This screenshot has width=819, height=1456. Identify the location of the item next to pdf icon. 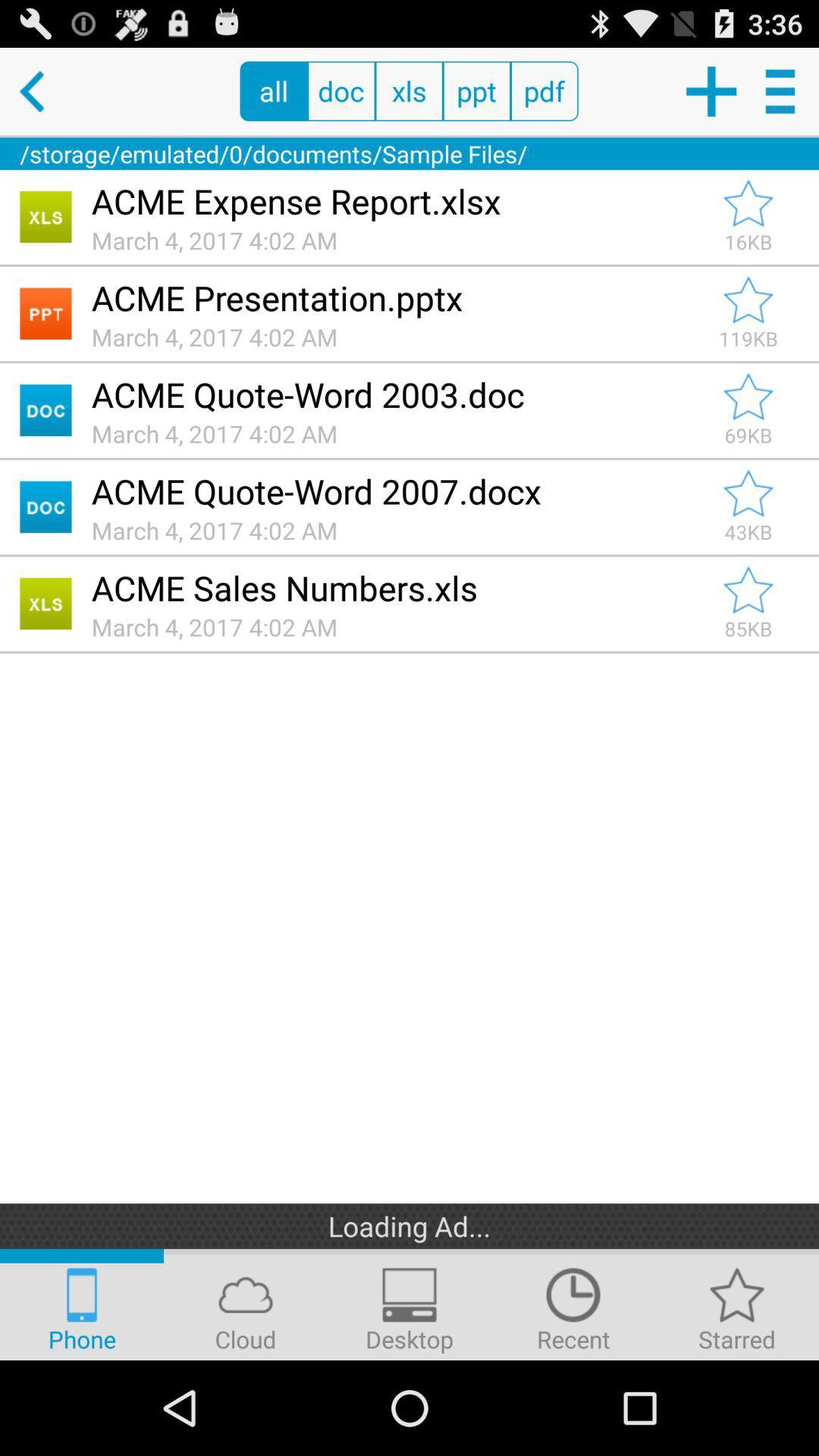
(475, 90).